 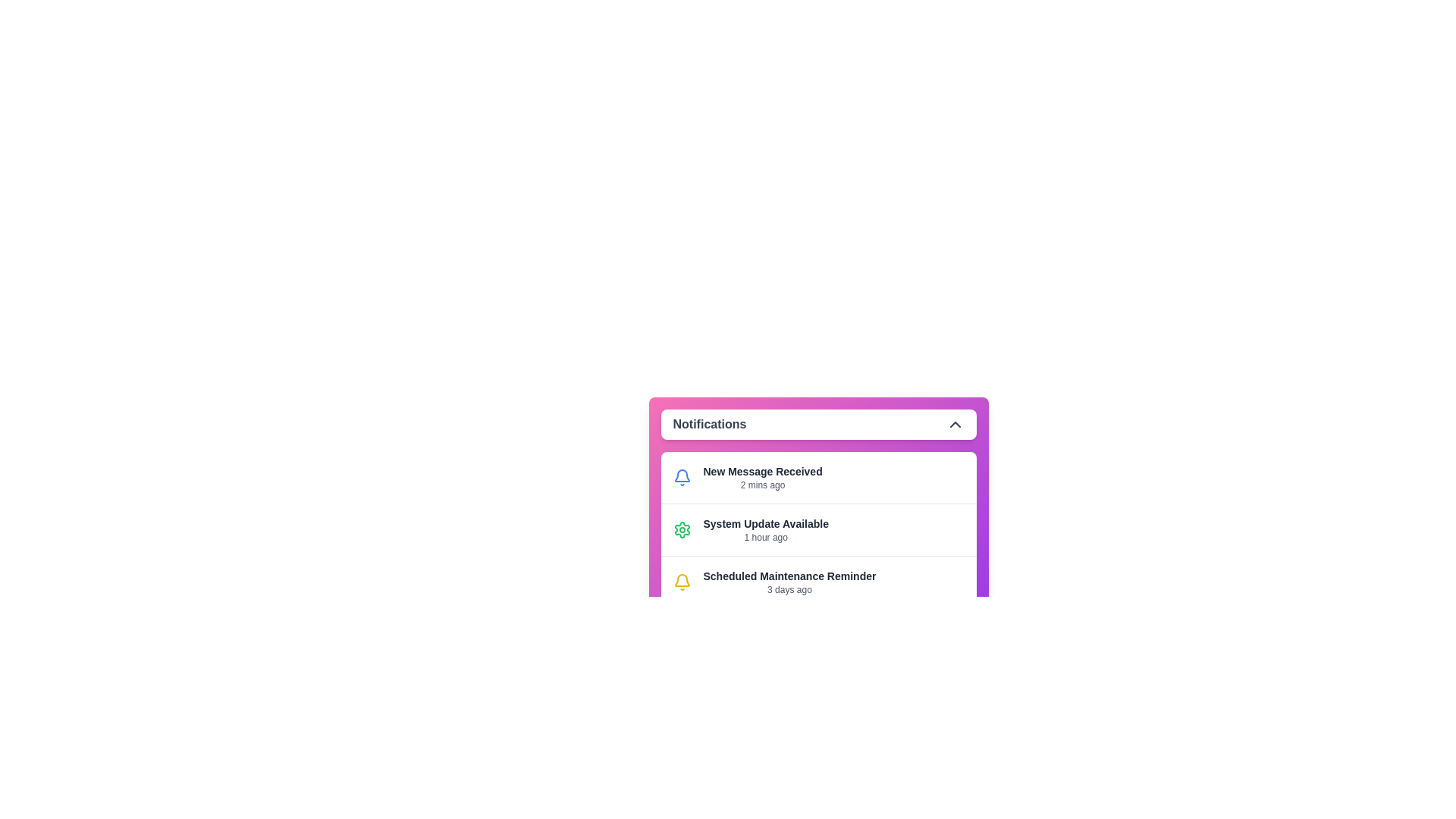 What do you see at coordinates (681, 476) in the screenshot?
I see `the vibrant blue bell icon located to the far-left of the notification panel header that reads 'New Message Received'` at bounding box center [681, 476].